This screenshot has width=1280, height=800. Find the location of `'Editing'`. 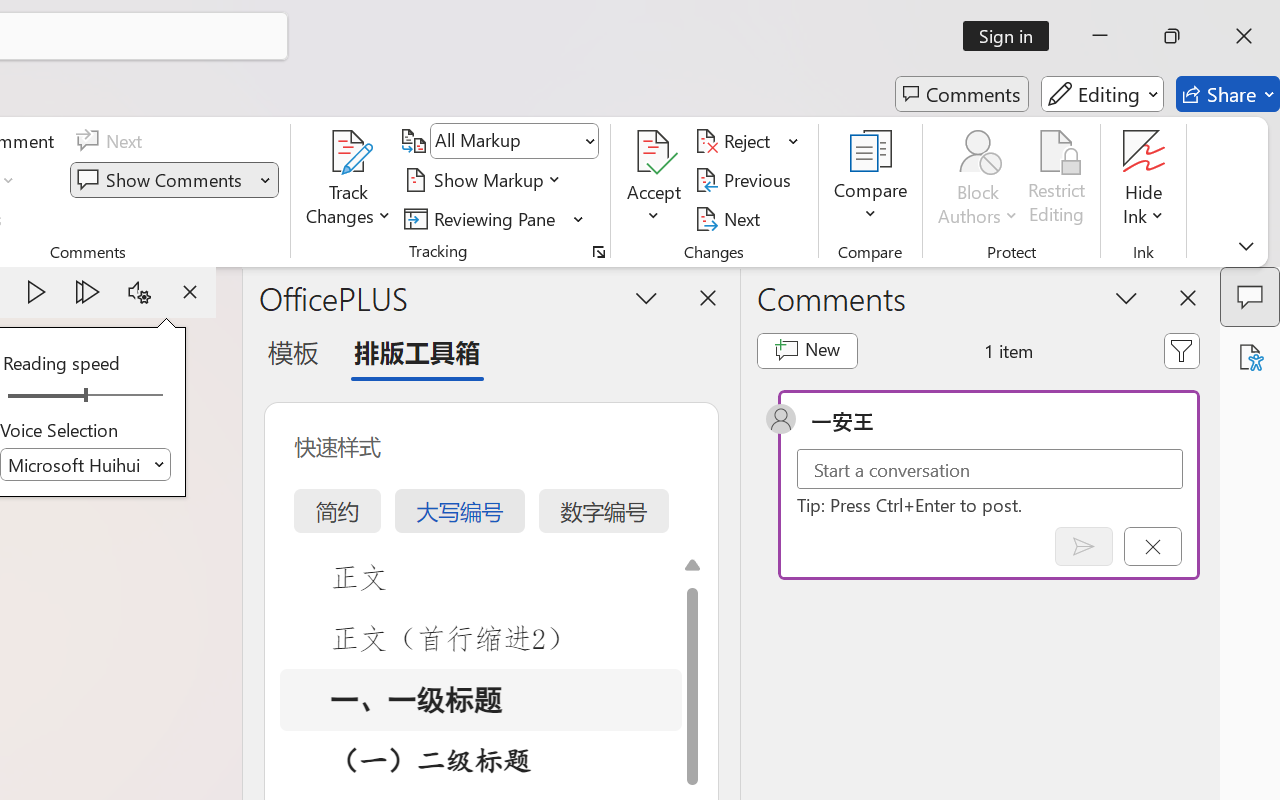

'Editing' is located at coordinates (1101, 94).